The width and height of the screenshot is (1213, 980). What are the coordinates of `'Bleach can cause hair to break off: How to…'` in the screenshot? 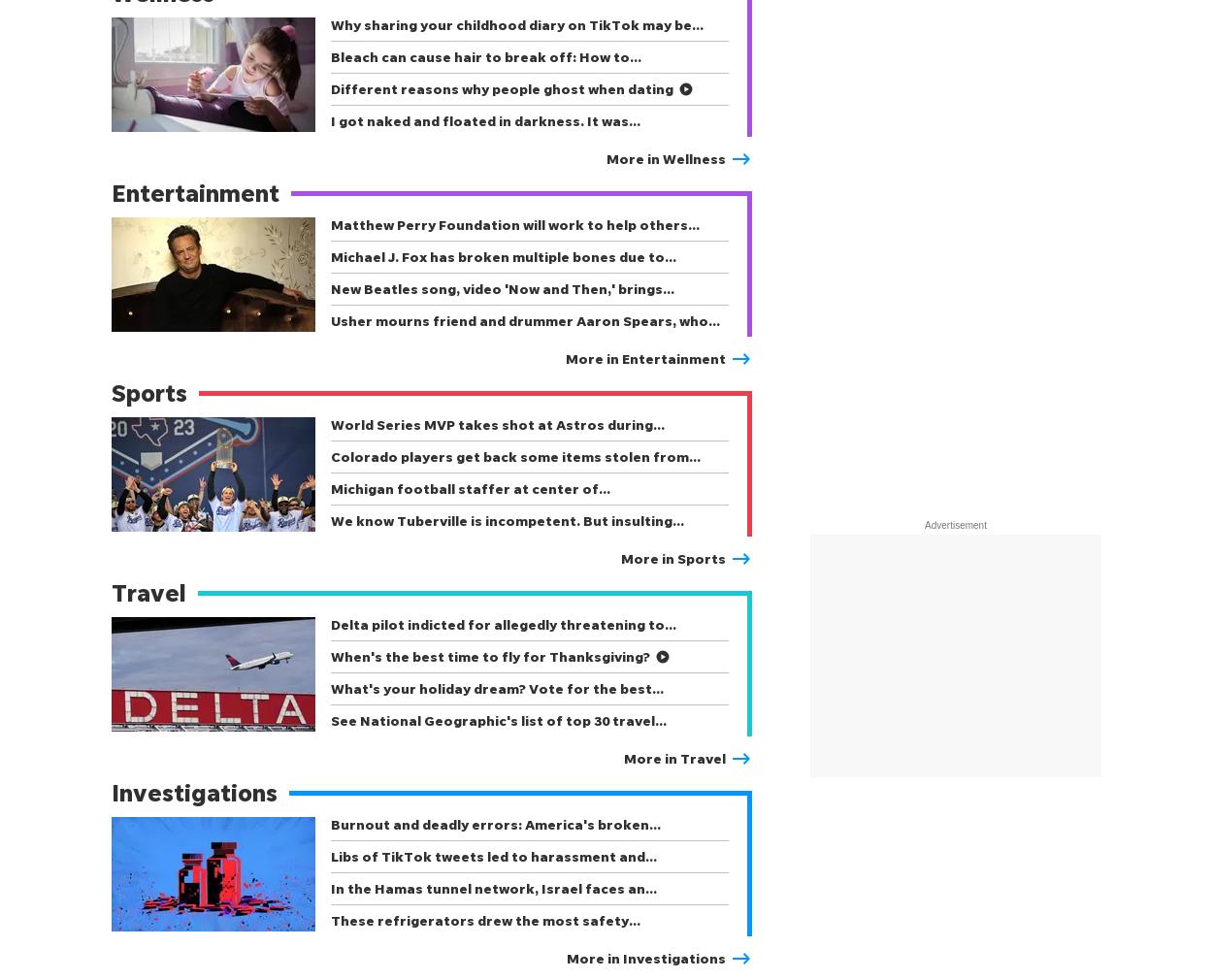 It's located at (486, 55).